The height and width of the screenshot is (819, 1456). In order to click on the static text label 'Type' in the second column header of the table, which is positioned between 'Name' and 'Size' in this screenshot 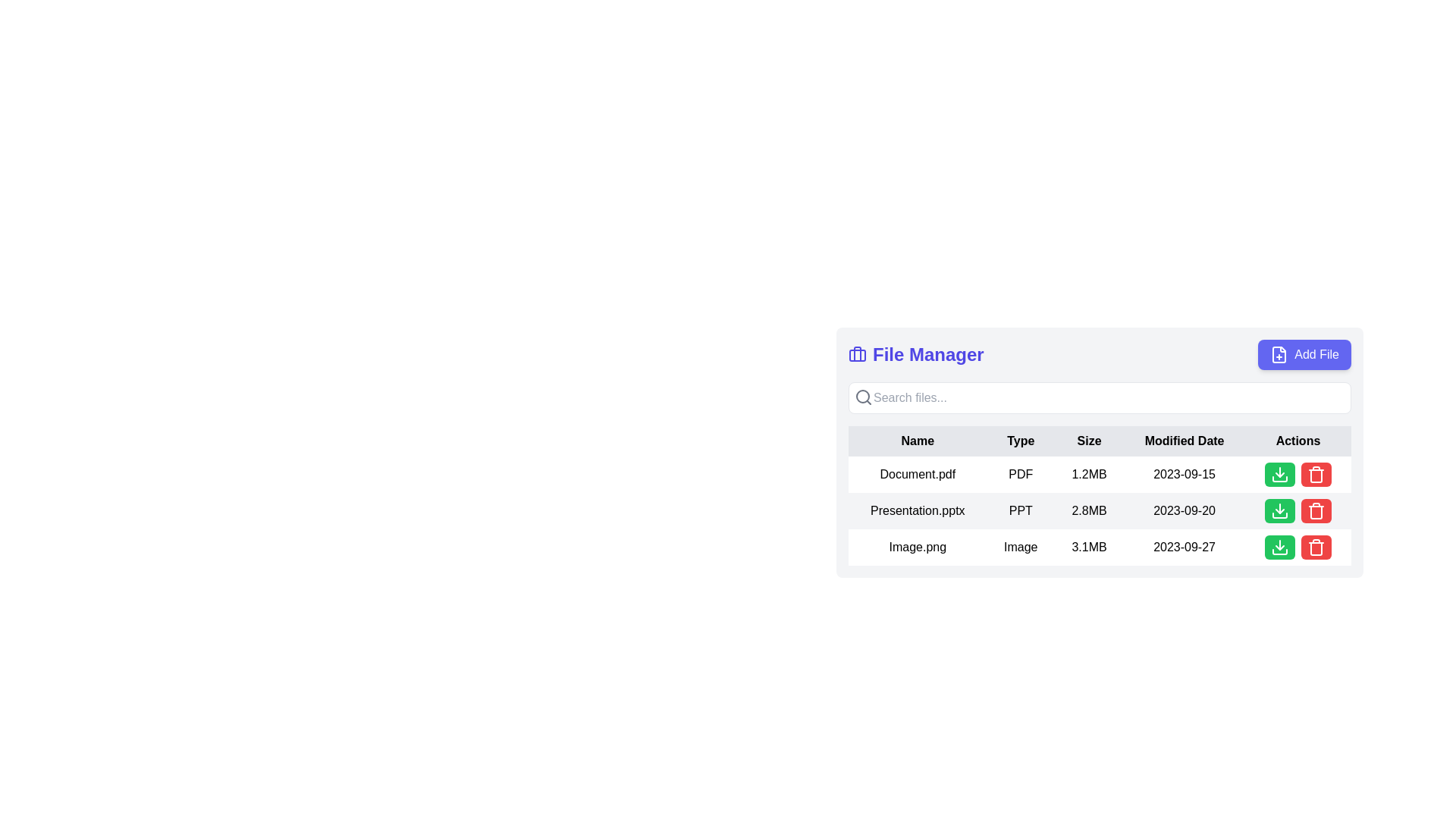, I will do `click(1021, 441)`.